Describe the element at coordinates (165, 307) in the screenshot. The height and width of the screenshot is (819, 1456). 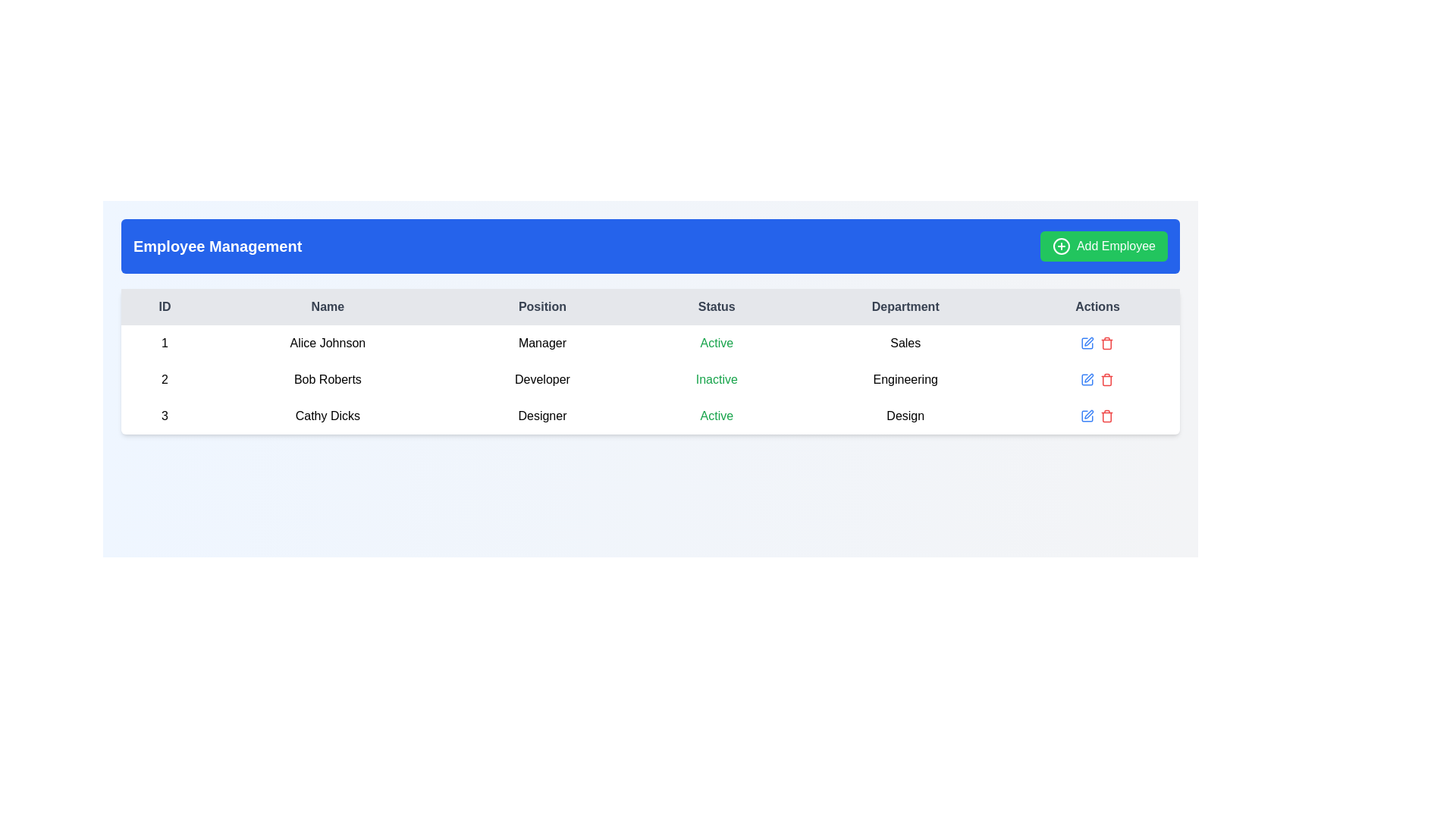
I see `label of the 'ID' text element located in the first column of the table header, which is visually distinguished by its gray background and centered alignment` at that location.